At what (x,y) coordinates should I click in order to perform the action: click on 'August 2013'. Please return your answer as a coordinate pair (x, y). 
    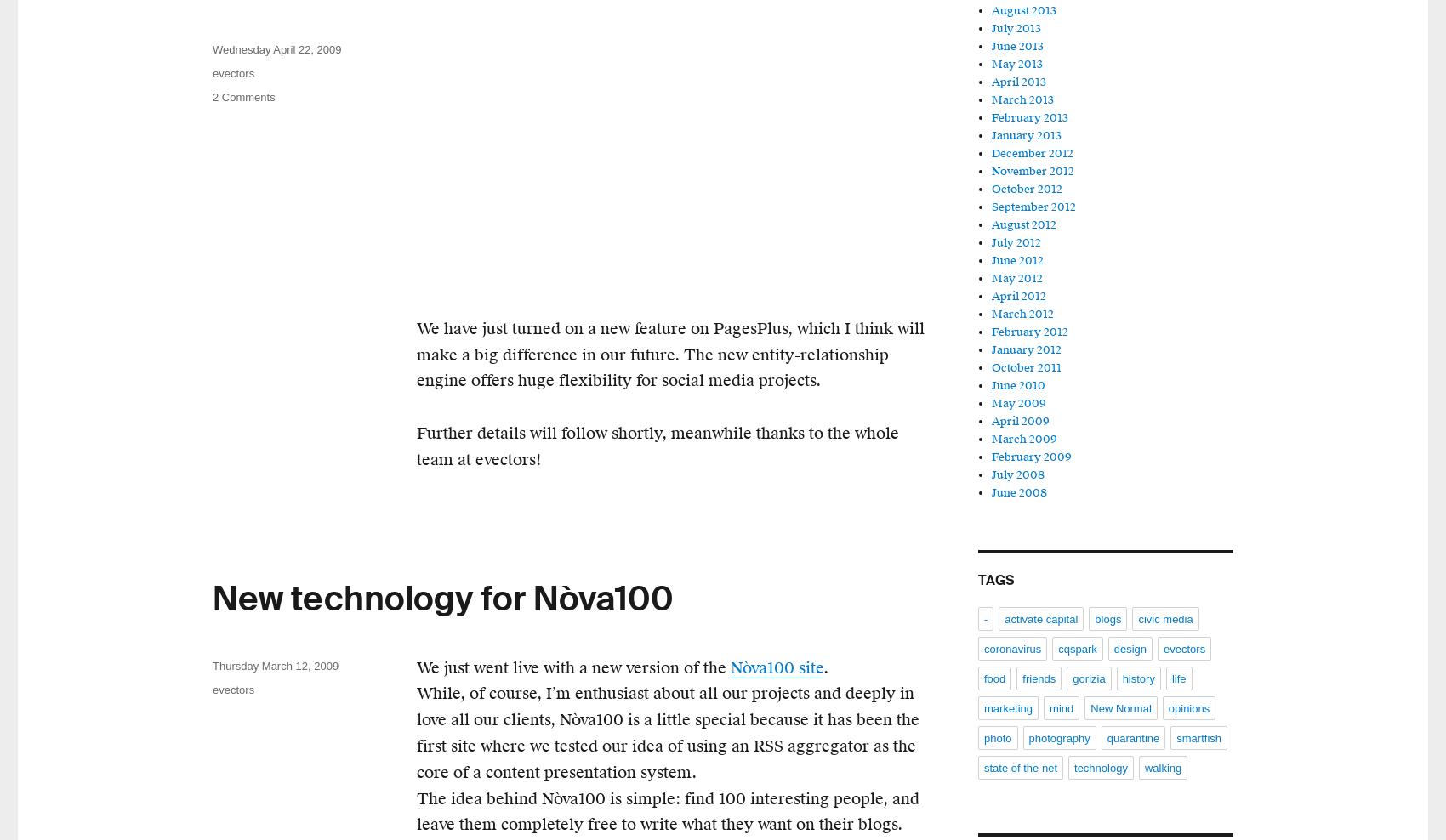
    Looking at the image, I should click on (1022, 10).